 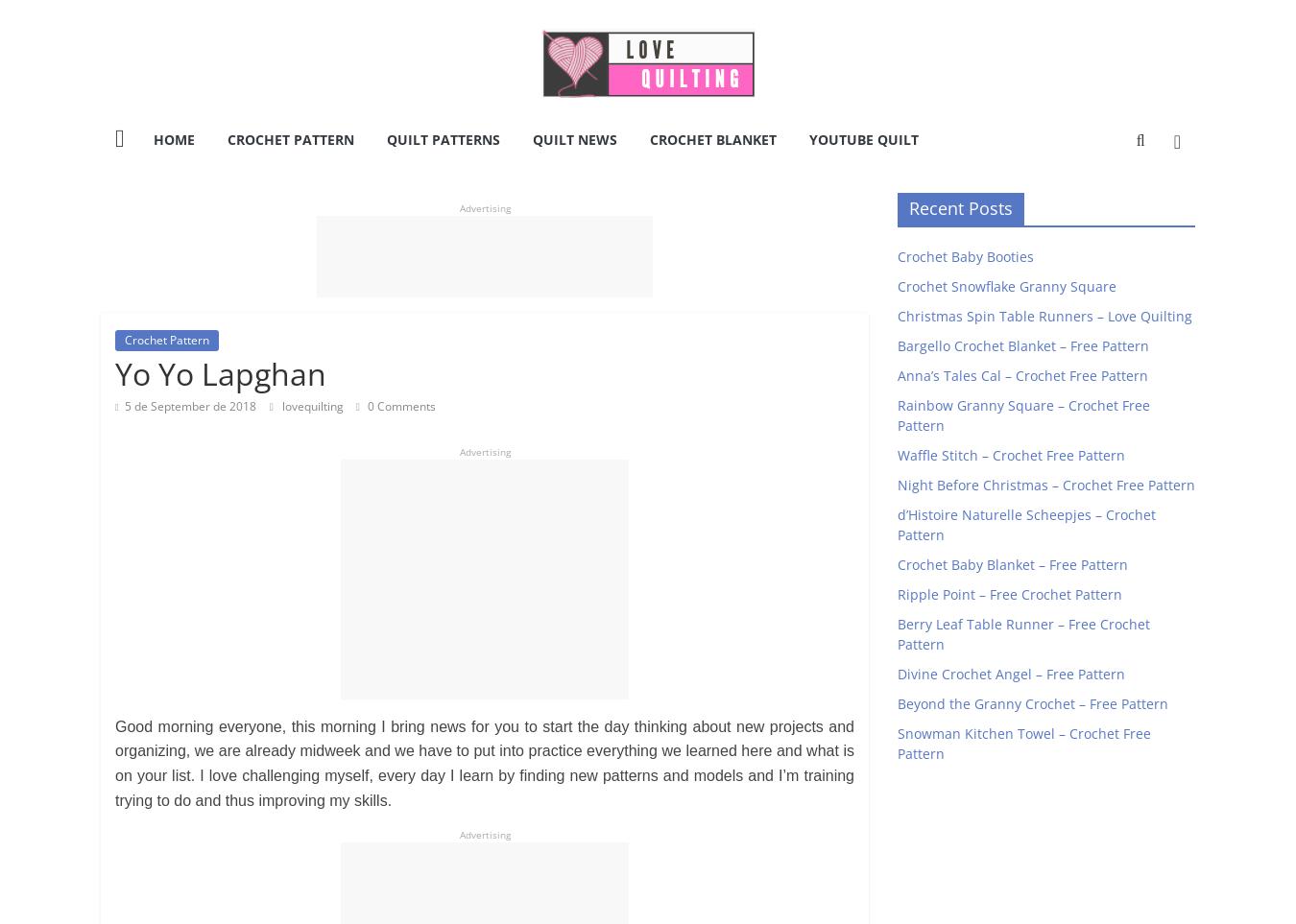 I want to click on 'Crochet Baby Booties', so click(x=897, y=254).